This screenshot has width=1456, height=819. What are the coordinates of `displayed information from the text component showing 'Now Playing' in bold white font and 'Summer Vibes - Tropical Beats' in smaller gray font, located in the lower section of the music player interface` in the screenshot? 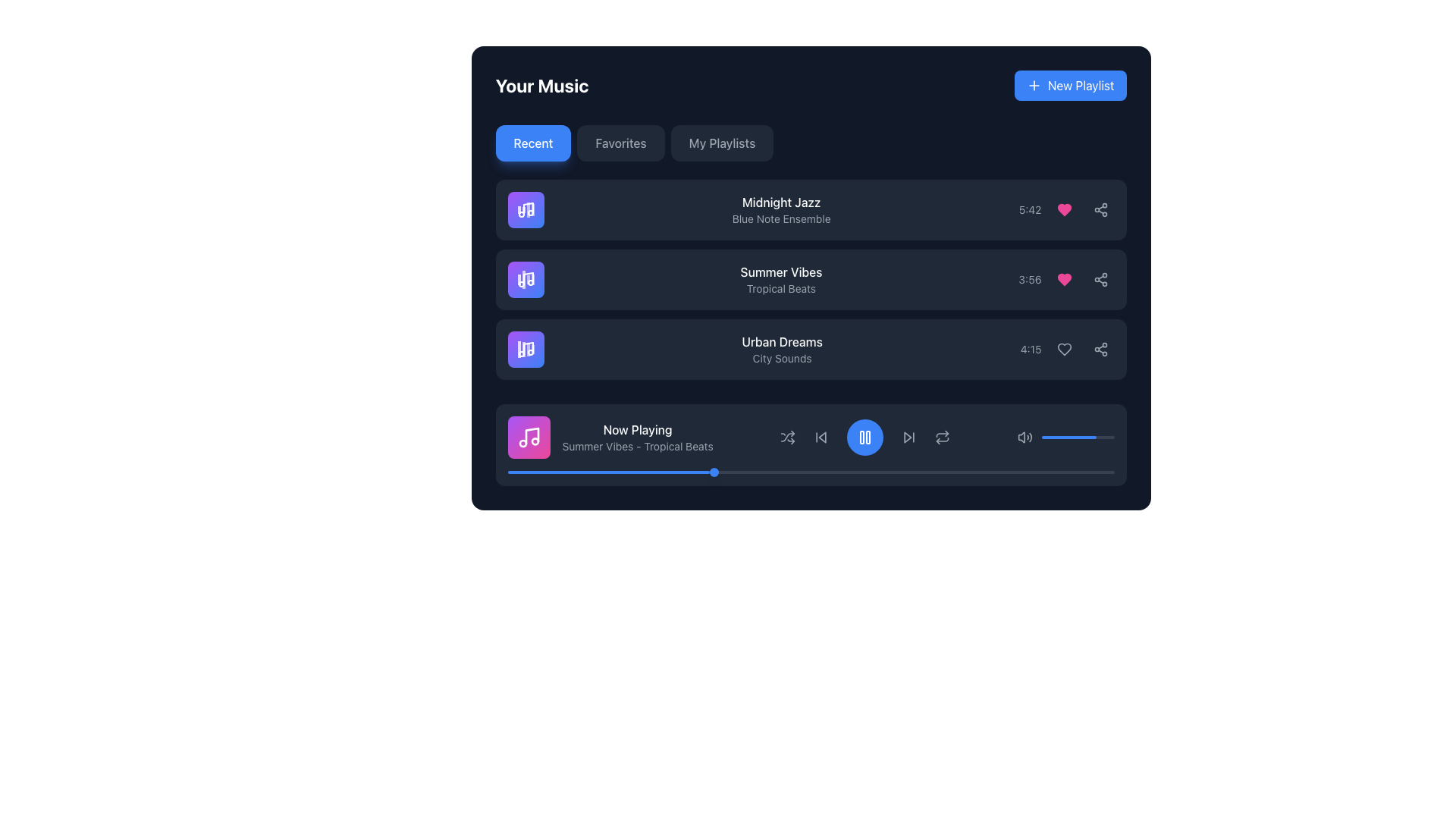 It's located at (638, 438).